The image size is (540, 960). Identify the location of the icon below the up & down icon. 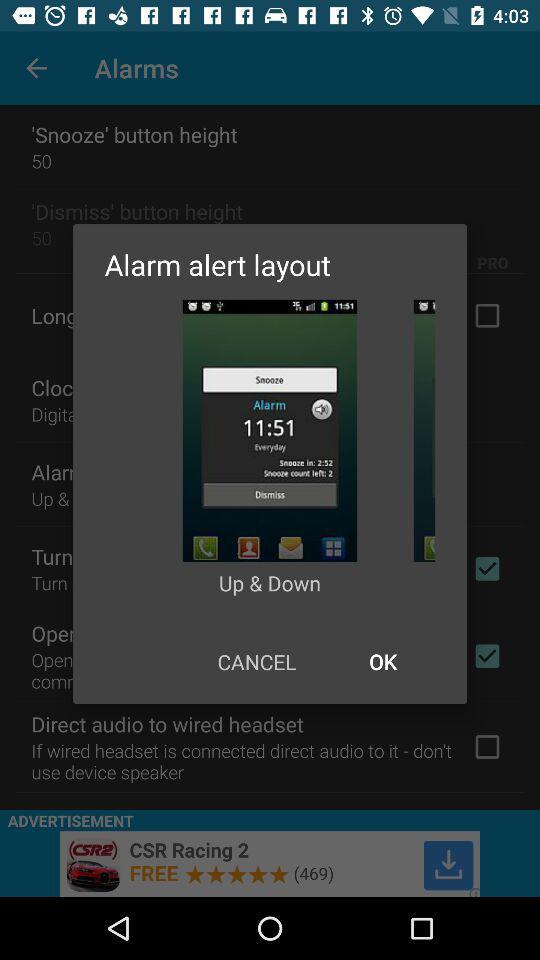
(382, 661).